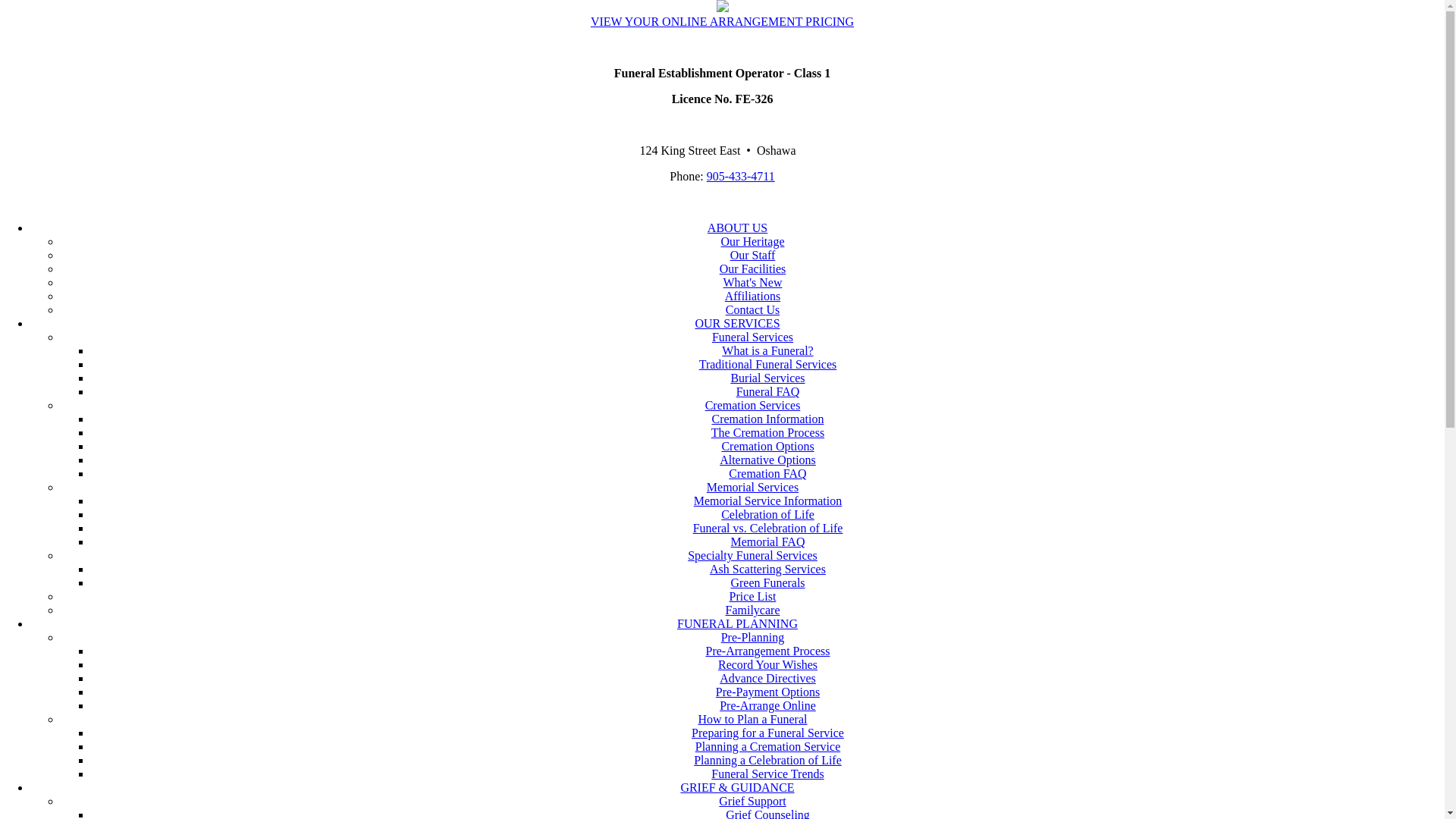  What do you see at coordinates (711, 419) in the screenshot?
I see `'Cremation Information'` at bounding box center [711, 419].